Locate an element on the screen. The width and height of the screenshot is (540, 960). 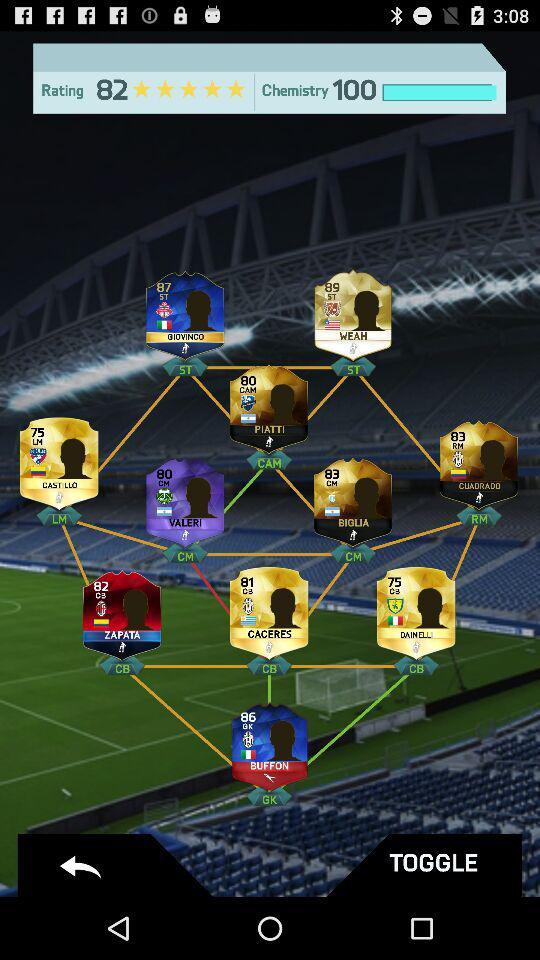
valeri is located at coordinates (185, 496).